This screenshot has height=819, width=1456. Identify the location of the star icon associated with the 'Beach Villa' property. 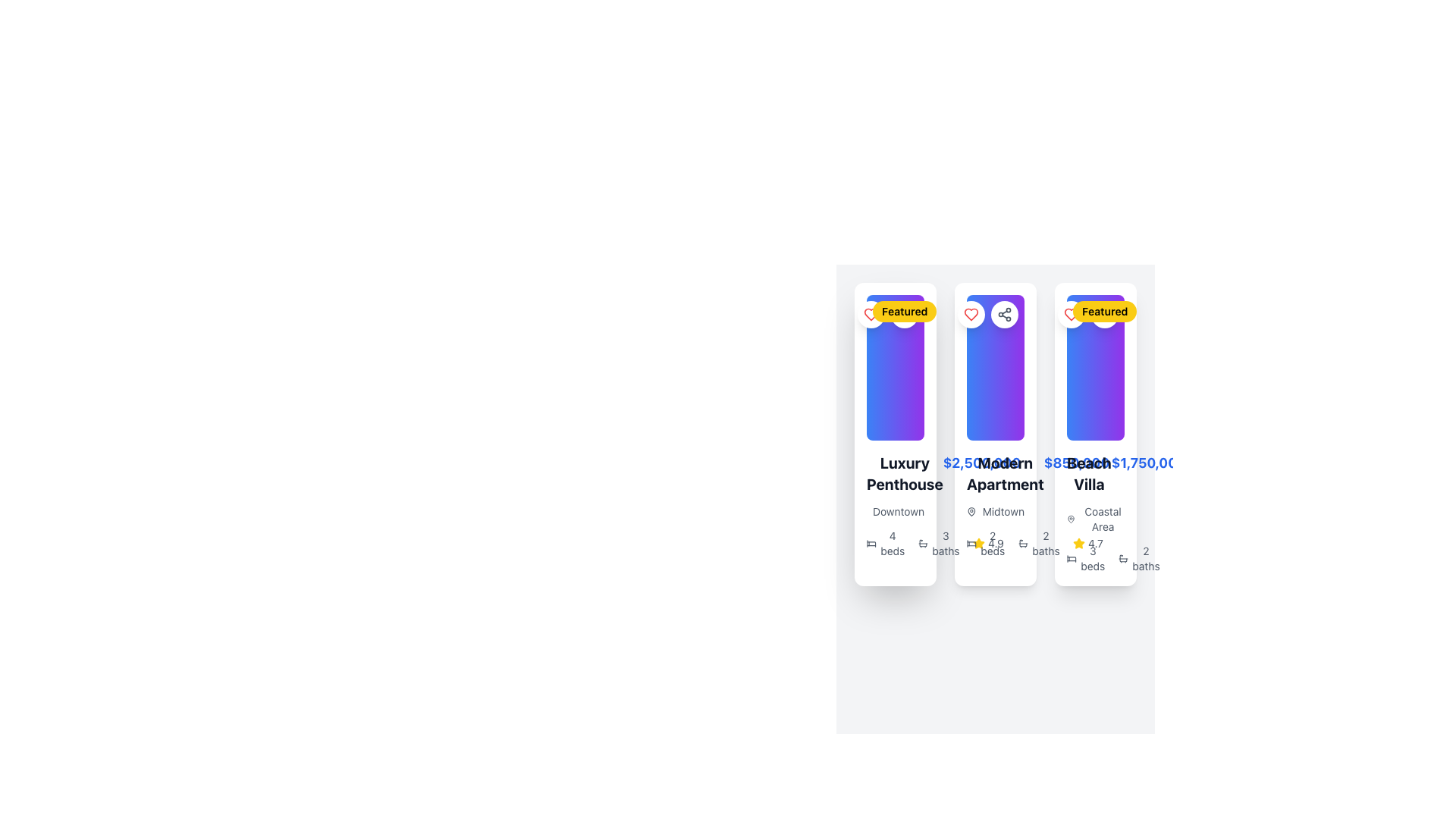
(1078, 542).